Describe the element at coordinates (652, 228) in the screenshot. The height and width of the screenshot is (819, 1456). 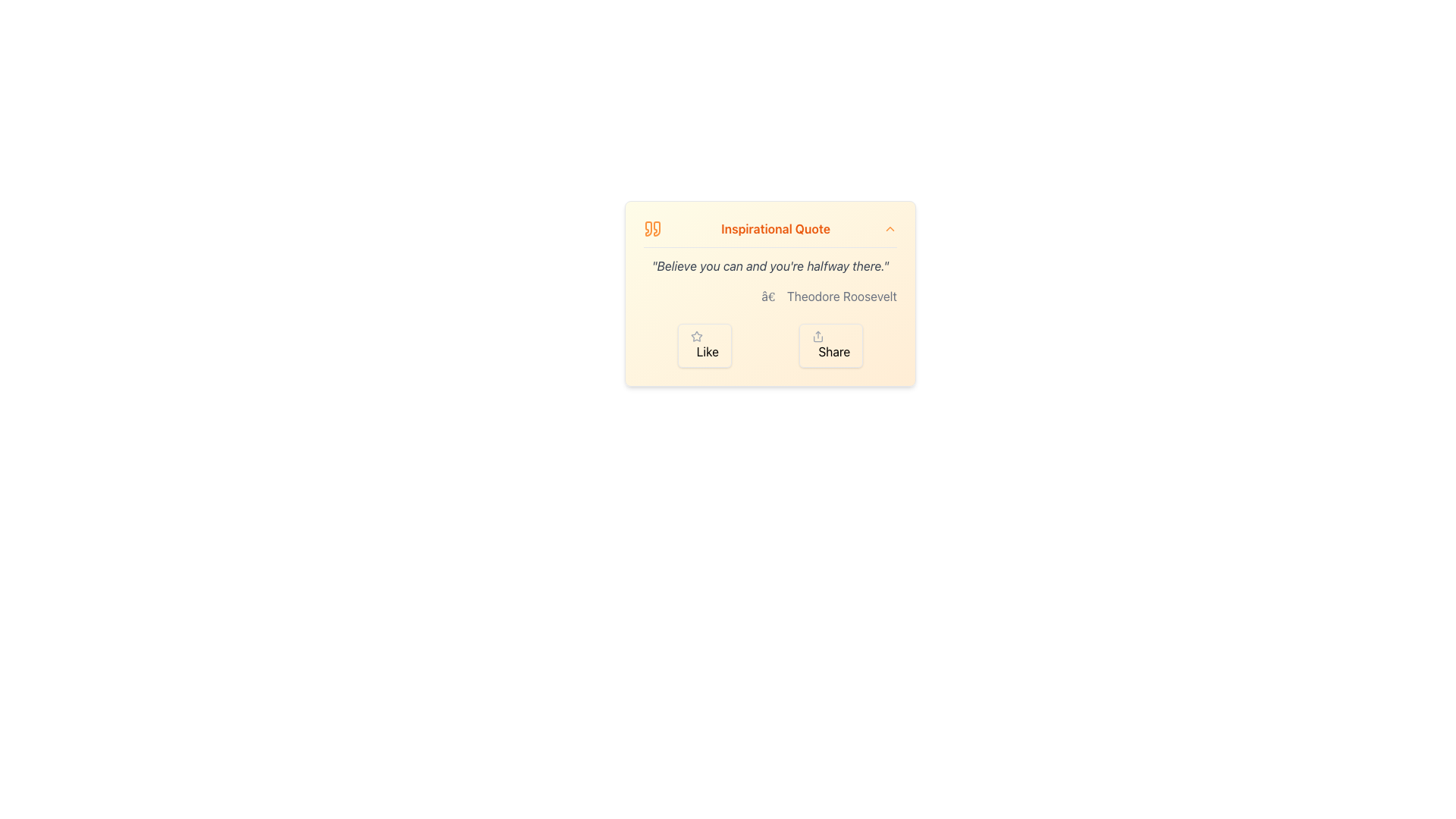
I see `the orange icon resembling quotation marks, which is positioned to the left of the text 'Inspirational Quote'` at that location.